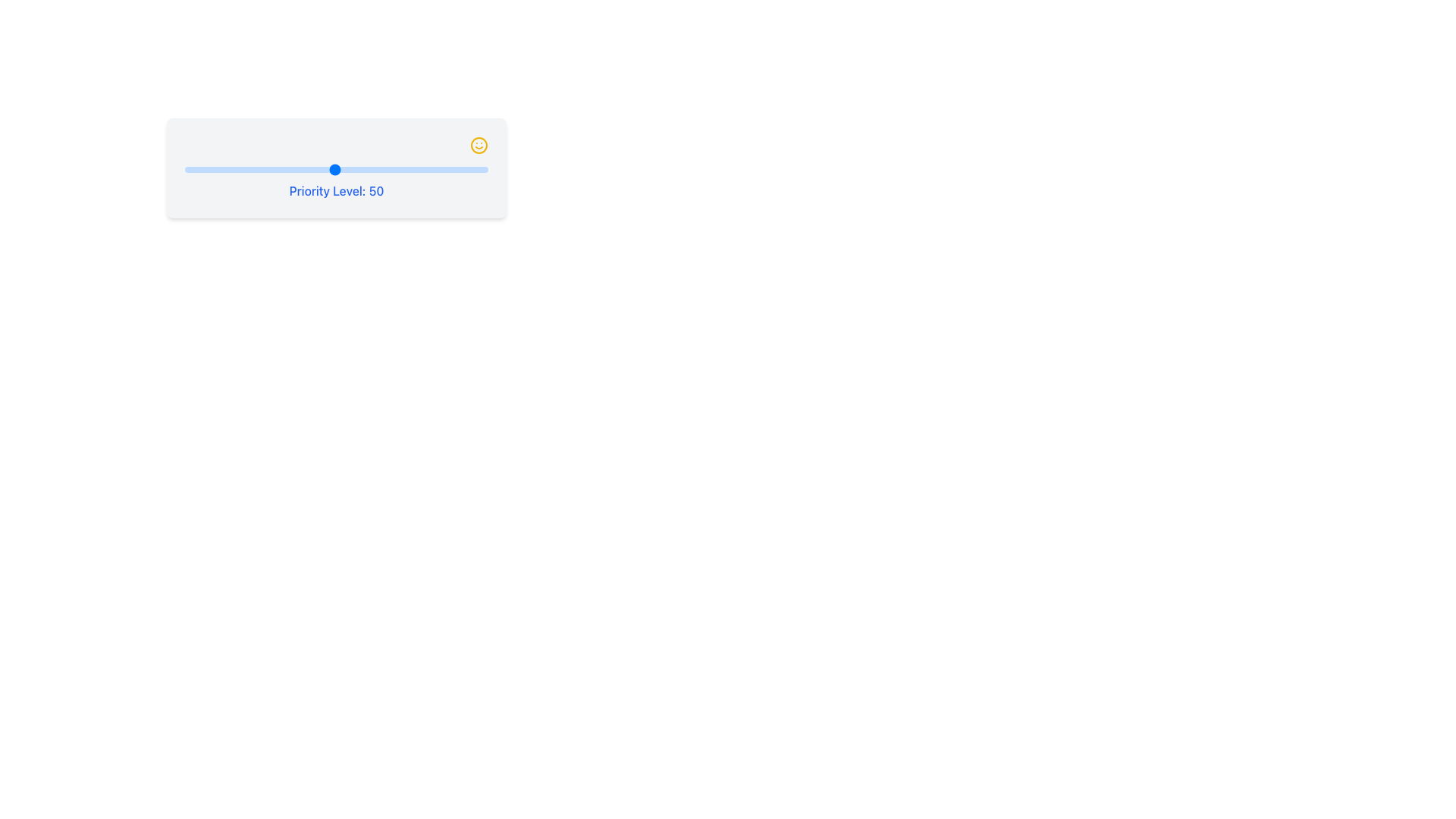 Image resolution: width=1456 pixels, height=819 pixels. Describe the element at coordinates (206, 169) in the screenshot. I see `priority level` at that location.